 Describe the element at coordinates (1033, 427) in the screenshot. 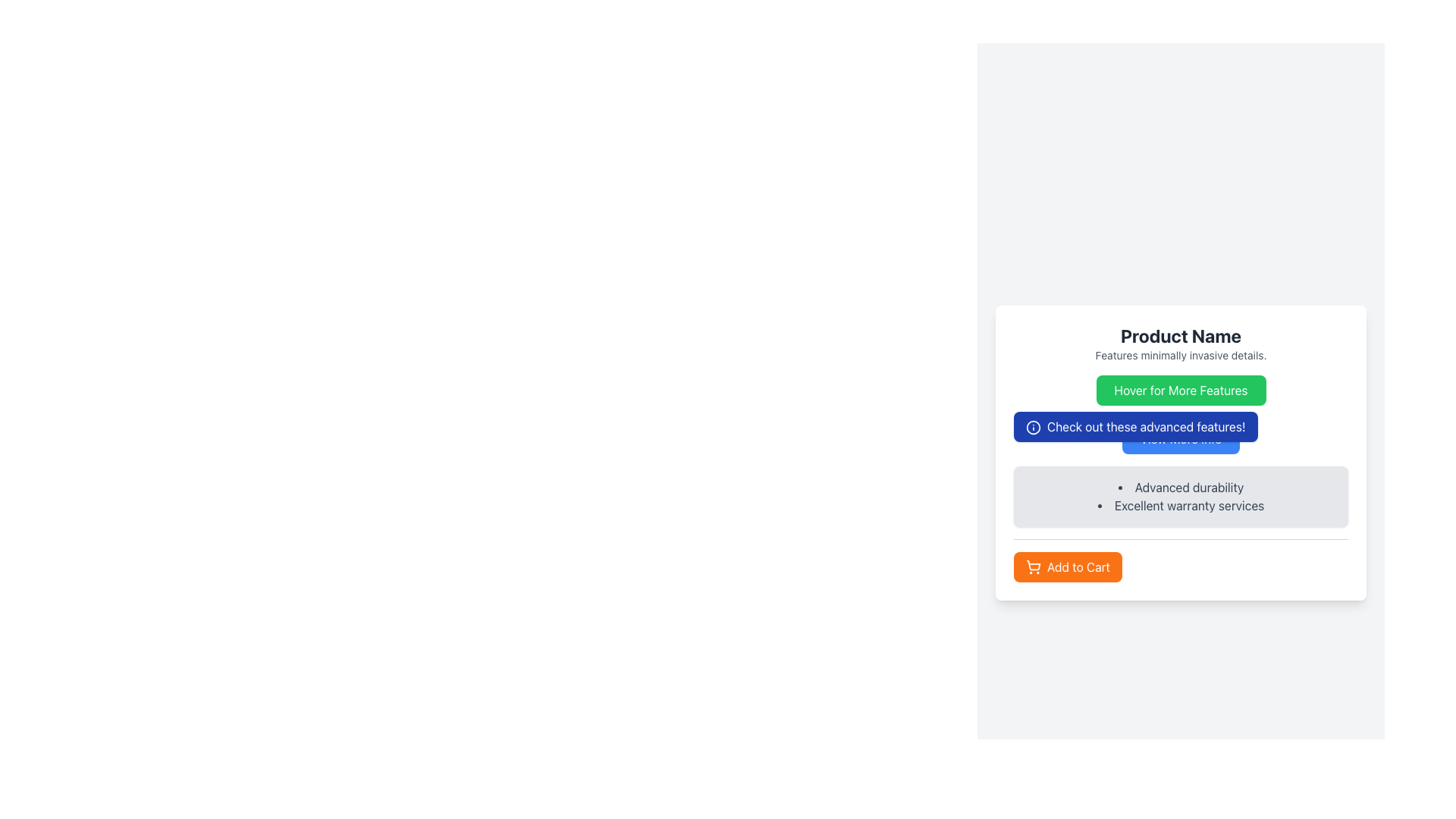

I see `the circular information icon located to the left of the blue tooltip text box that reads 'Check out these advanced features!'` at that location.